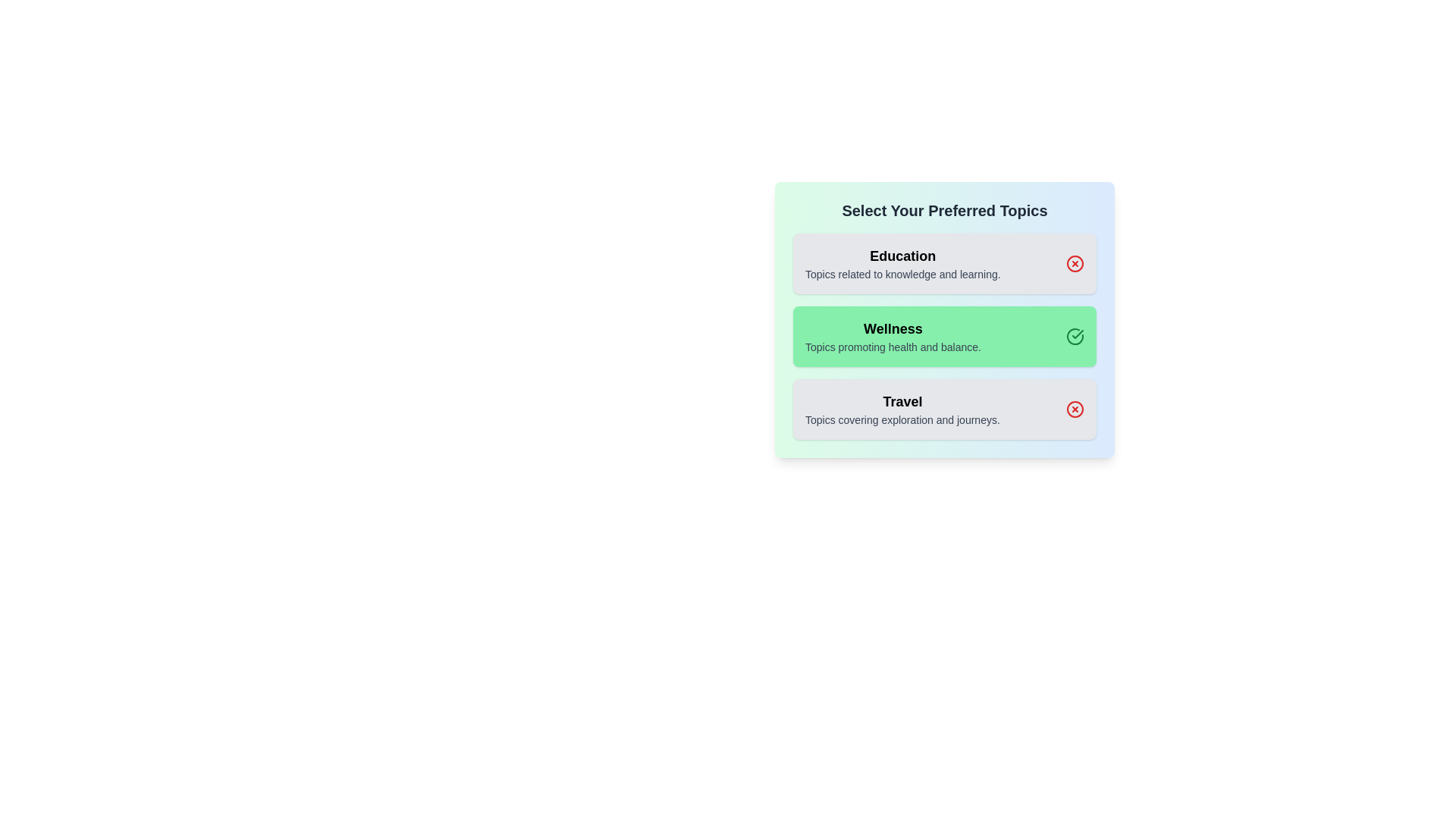  Describe the element at coordinates (944, 335) in the screenshot. I see `the panel corresponding to the topic Wellness` at that location.